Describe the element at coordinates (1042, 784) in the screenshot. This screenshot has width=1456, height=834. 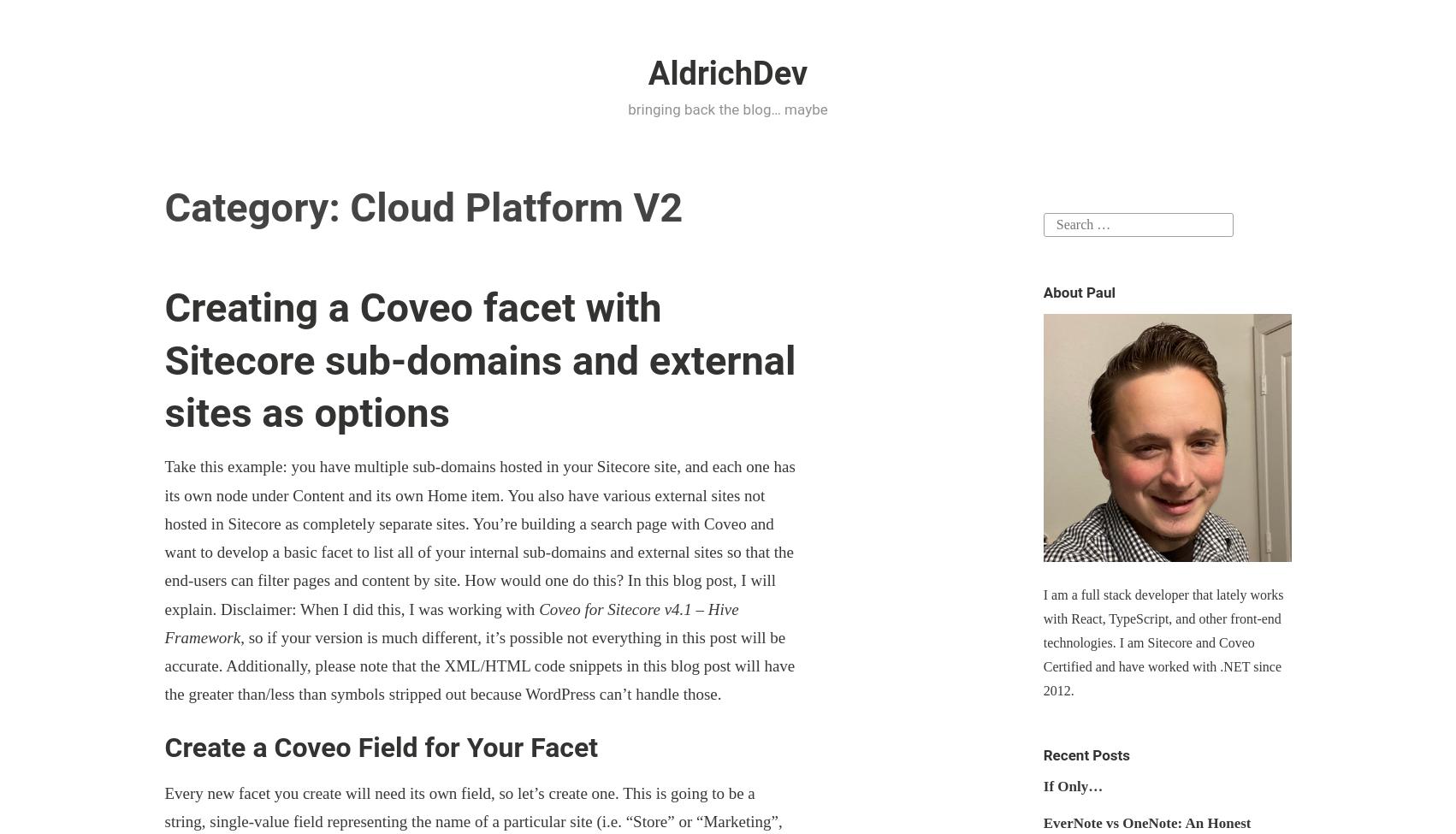
I see `'If Only…'` at that location.